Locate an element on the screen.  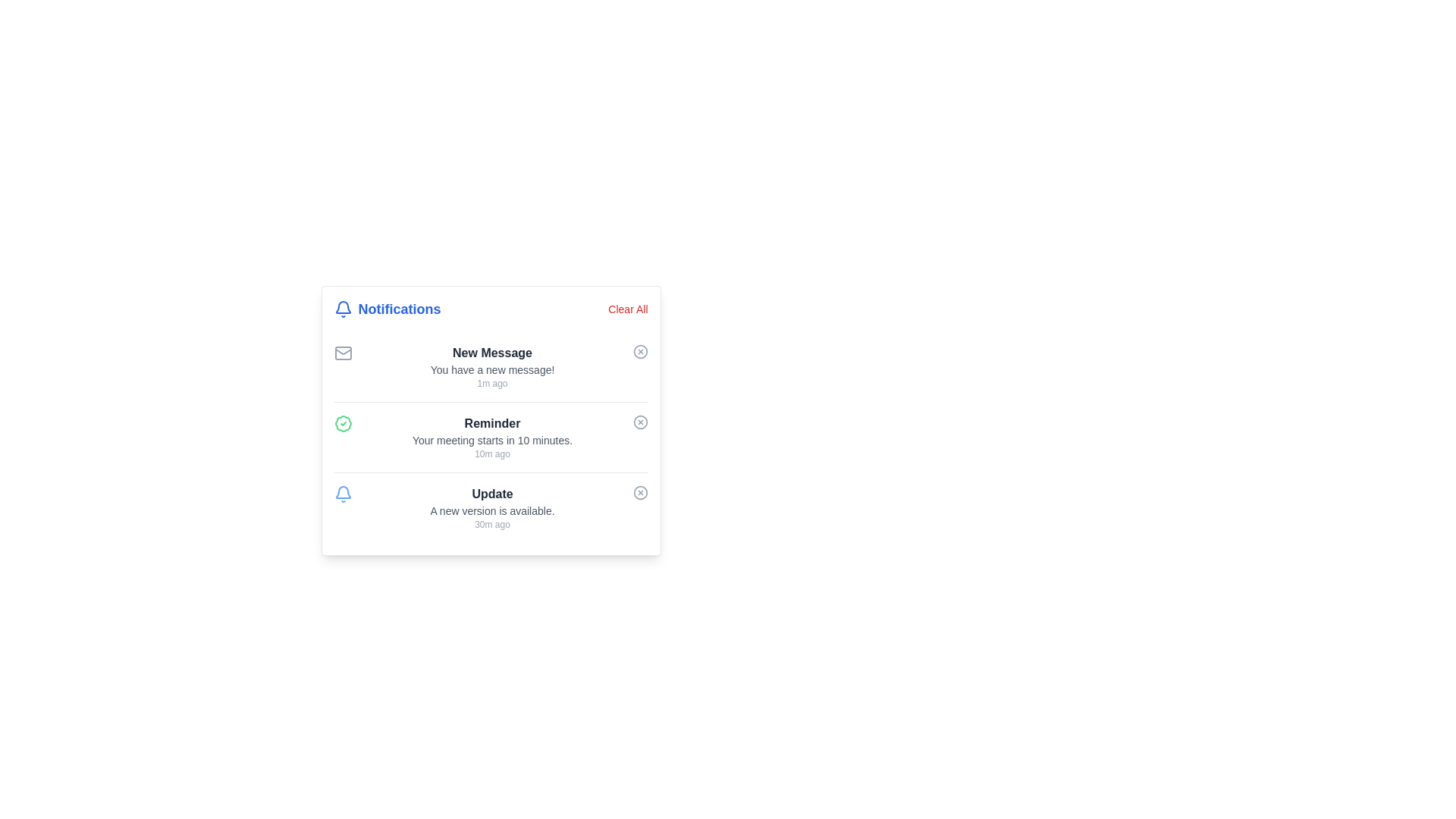
the 'Notifications' label with the bell icon, which is styled in blue and located at the top-left region of the notifications panel is located at coordinates (388, 309).